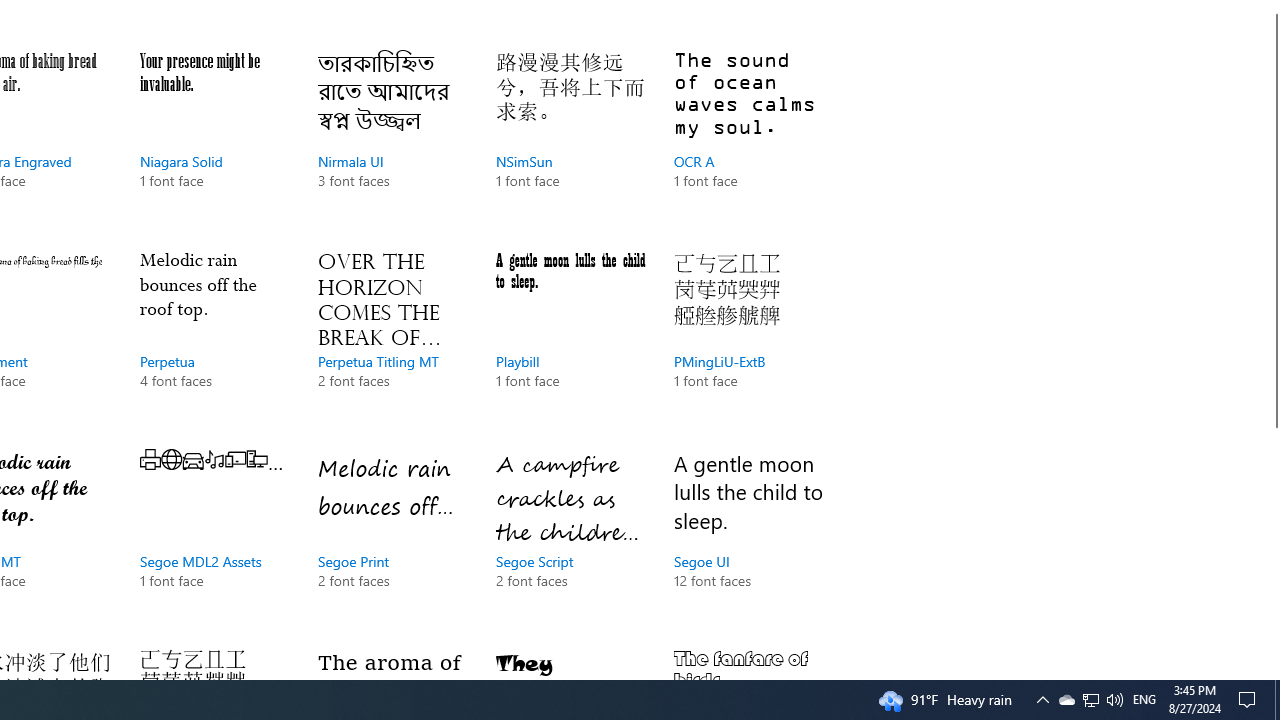 The image size is (1280, 720). I want to click on 'NSimSun, 1 font face', so click(569, 139).